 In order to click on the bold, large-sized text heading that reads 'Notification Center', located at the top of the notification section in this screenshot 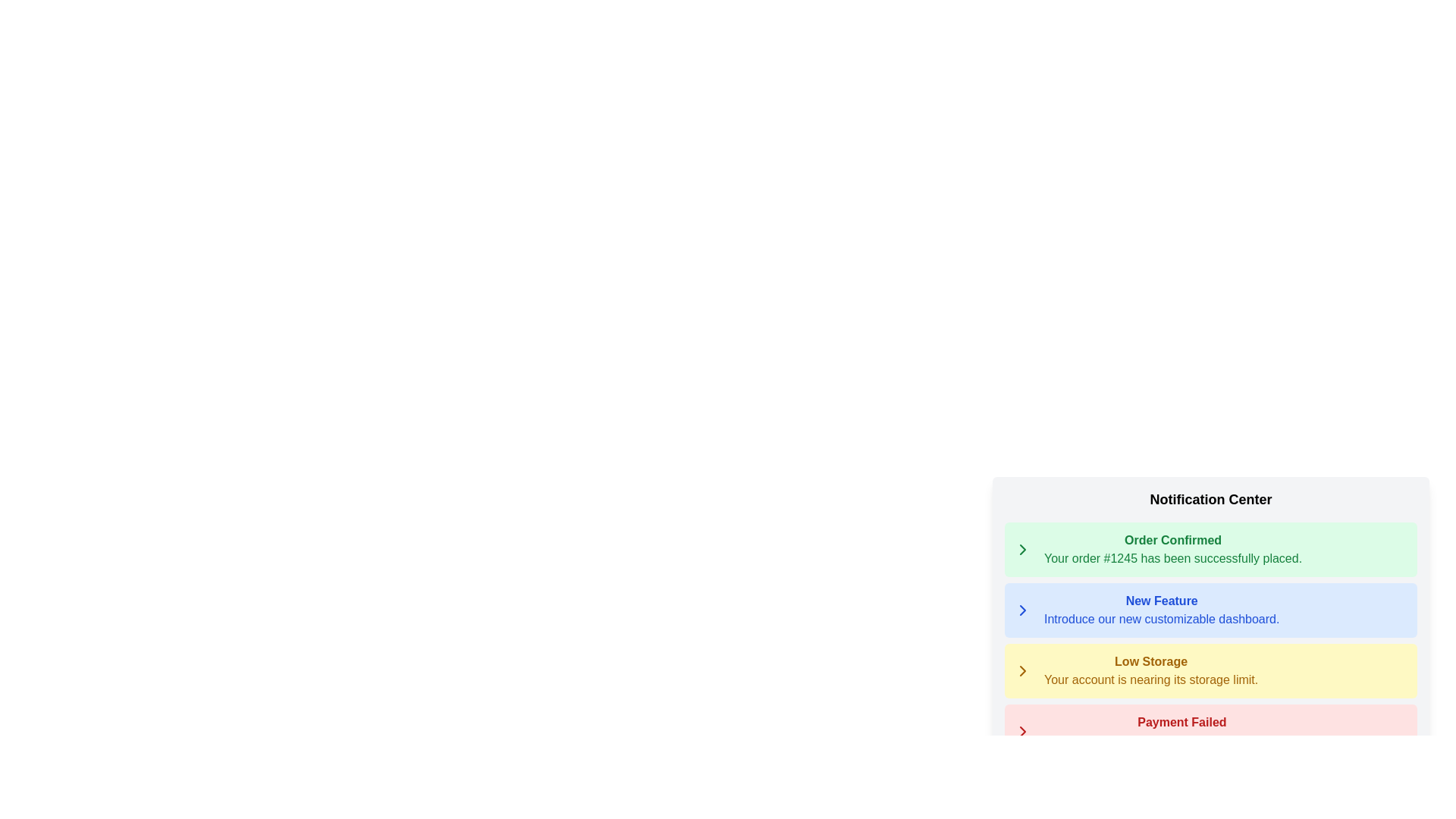, I will do `click(1210, 500)`.